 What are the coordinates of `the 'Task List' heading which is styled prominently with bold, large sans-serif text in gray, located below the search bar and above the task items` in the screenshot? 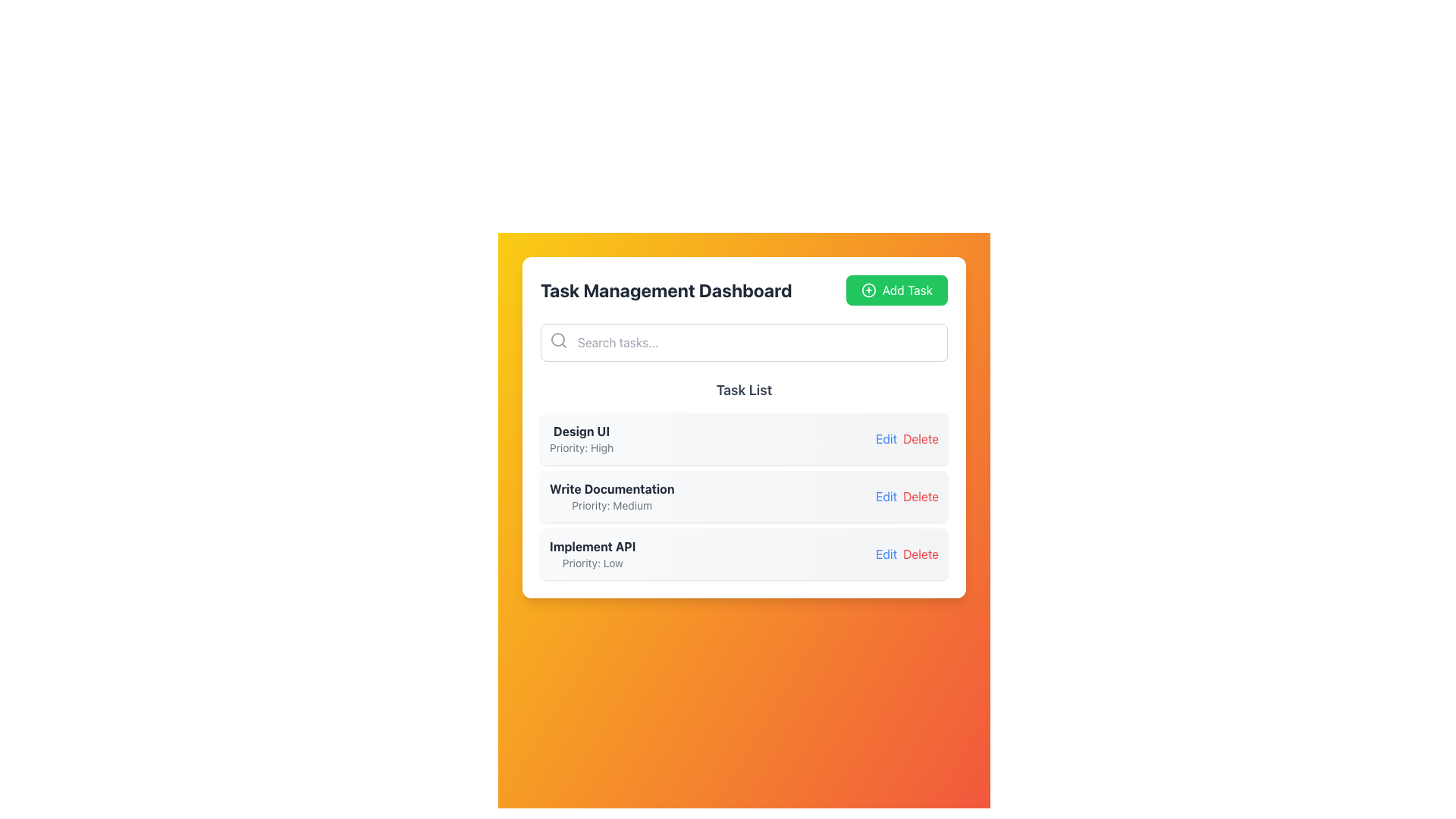 It's located at (744, 390).